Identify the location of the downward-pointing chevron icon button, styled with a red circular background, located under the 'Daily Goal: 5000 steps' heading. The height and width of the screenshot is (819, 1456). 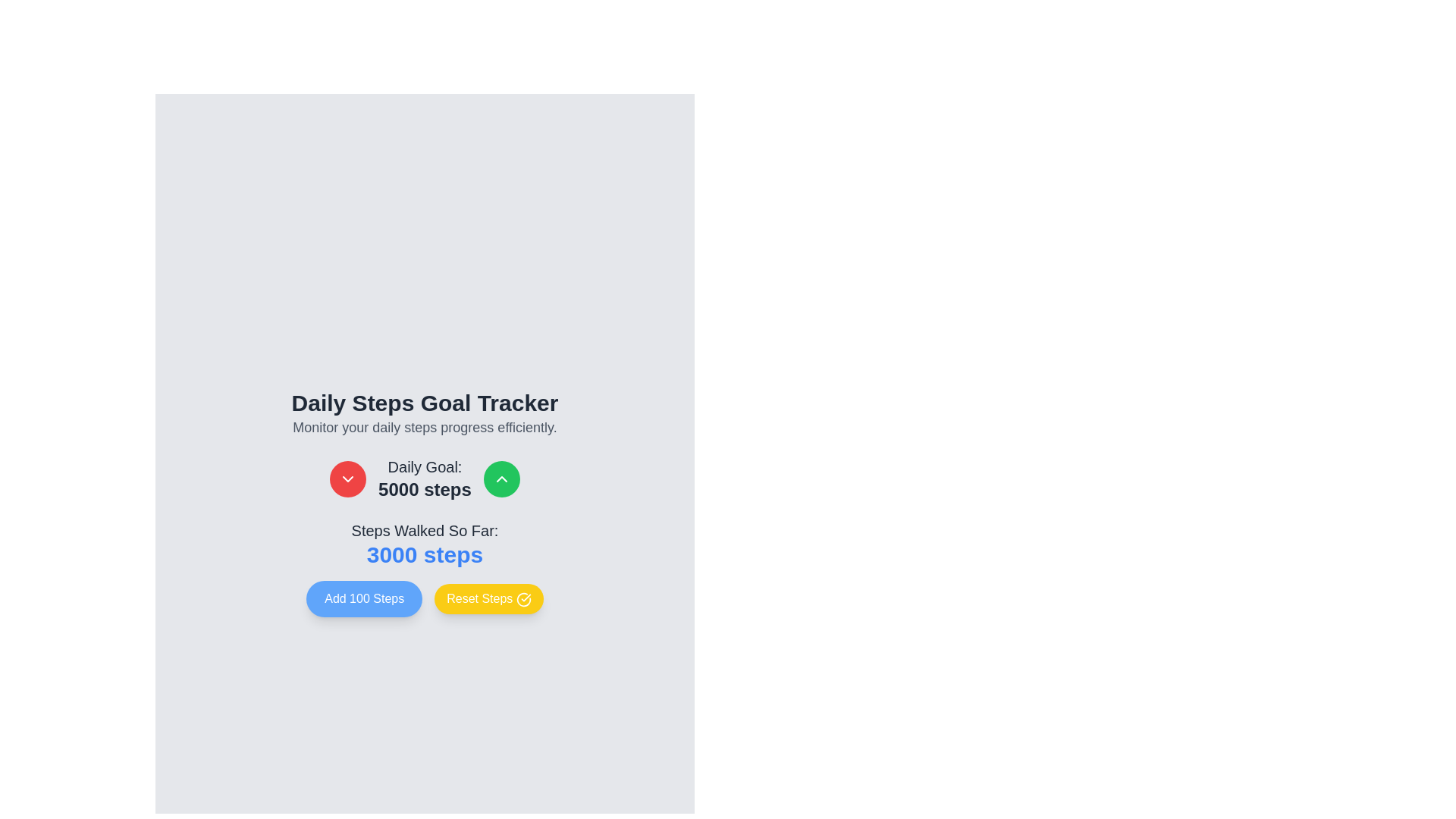
(347, 479).